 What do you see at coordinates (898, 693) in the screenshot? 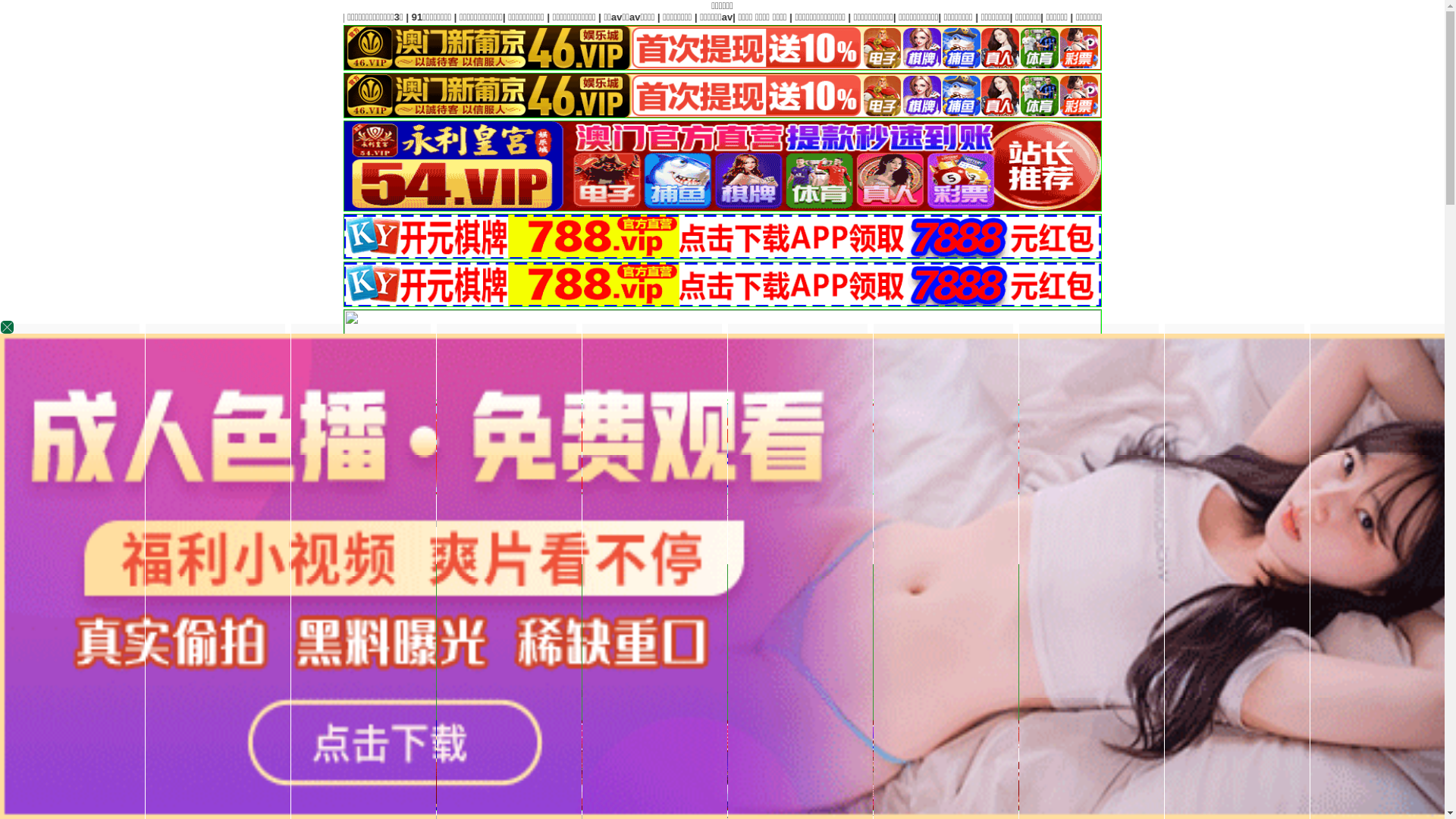
I see `'|'` at bounding box center [898, 693].